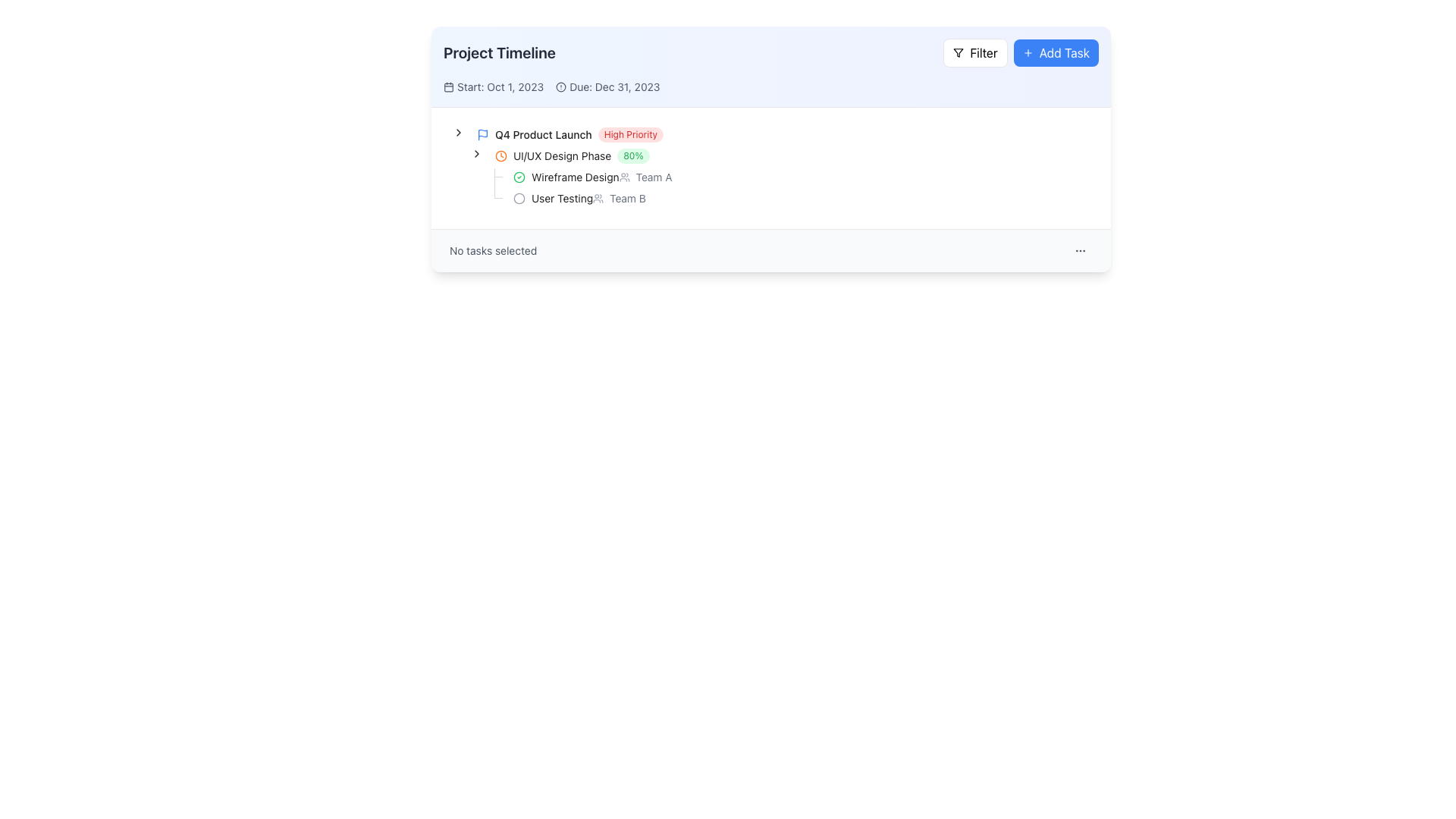 Image resolution: width=1456 pixels, height=819 pixels. What do you see at coordinates (598, 177) in the screenshot?
I see `the Text Label with icons indicating a milestone within the 'UI/UX Design Phase'` at bounding box center [598, 177].